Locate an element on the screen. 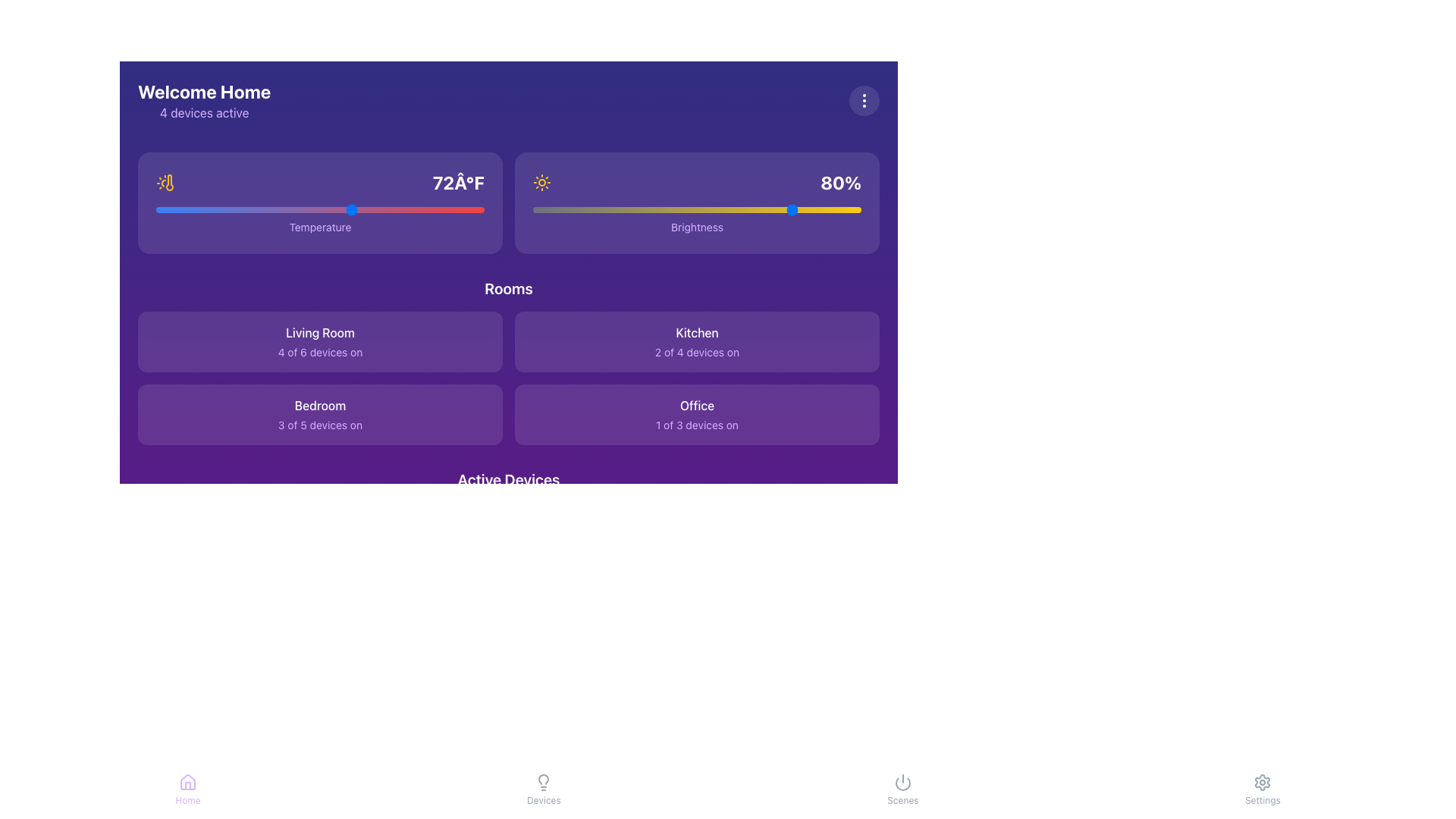 The height and width of the screenshot is (819, 1456). the power icon within the 'Scenes' navigation item located in the bottom navigation bar is located at coordinates (902, 783).